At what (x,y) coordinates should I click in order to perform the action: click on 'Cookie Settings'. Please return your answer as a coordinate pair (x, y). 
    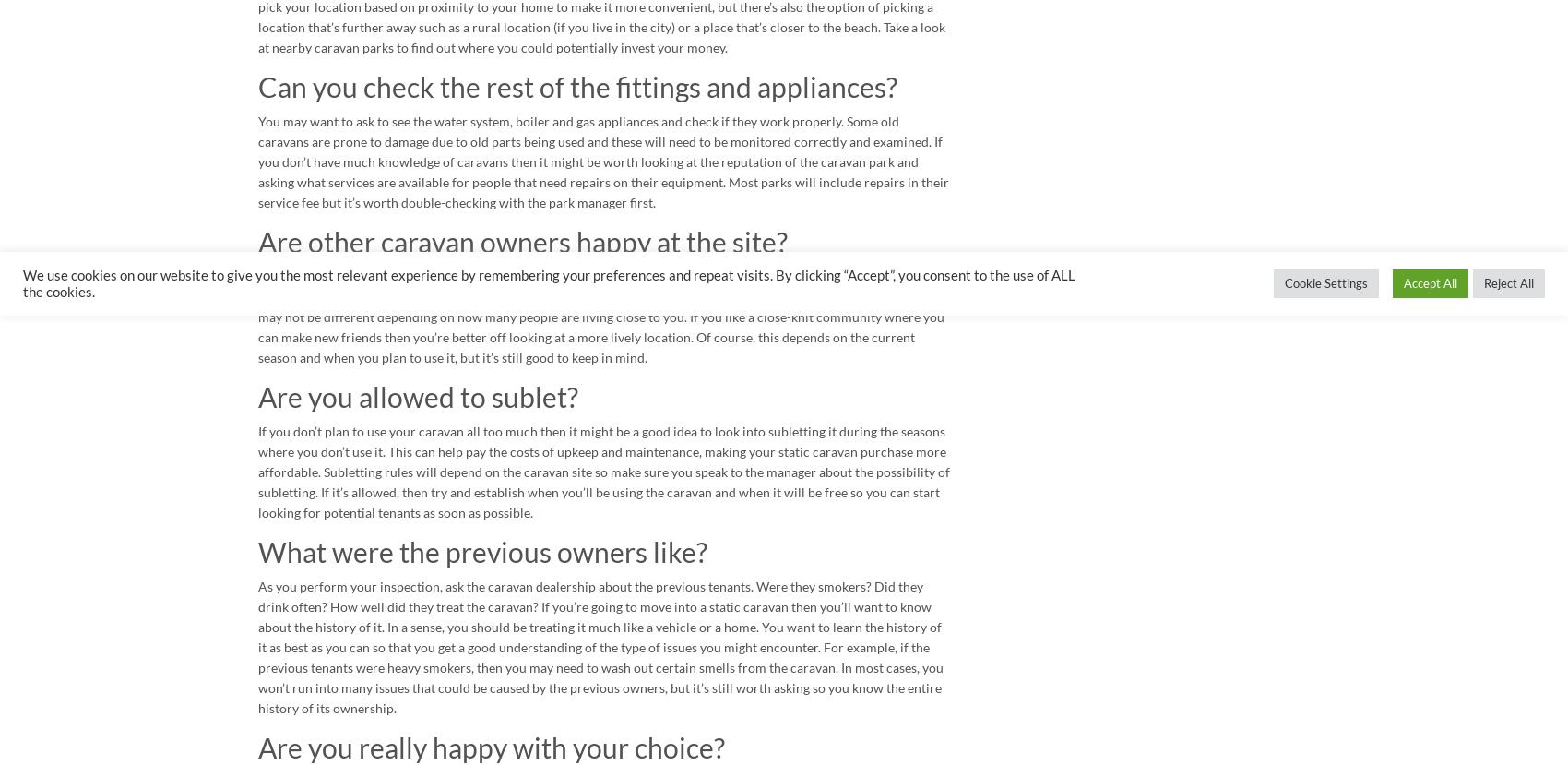
    Looking at the image, I should click on (1283, 282).